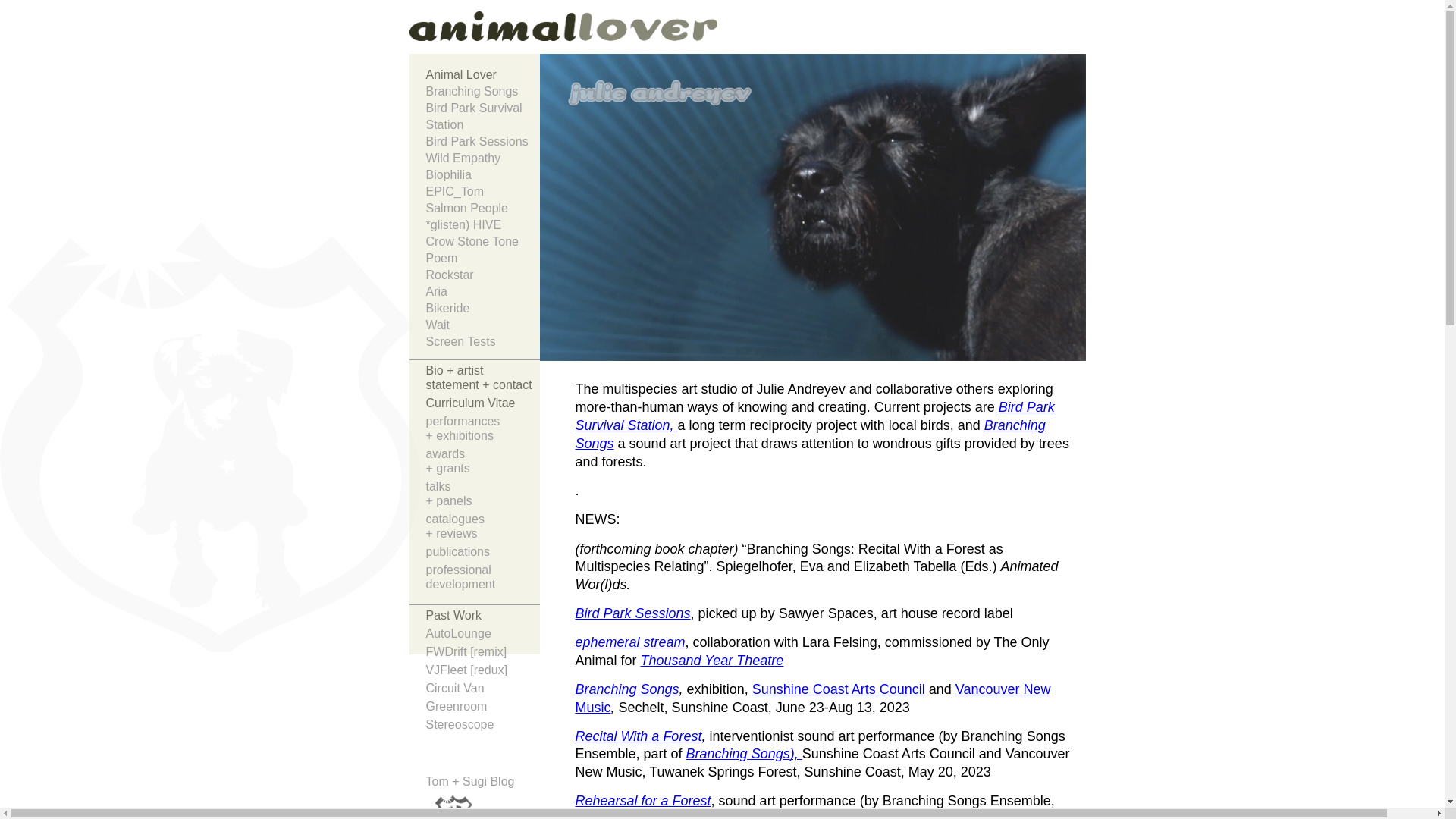  I want to click on 'Animal Lover', so click(482, 75).